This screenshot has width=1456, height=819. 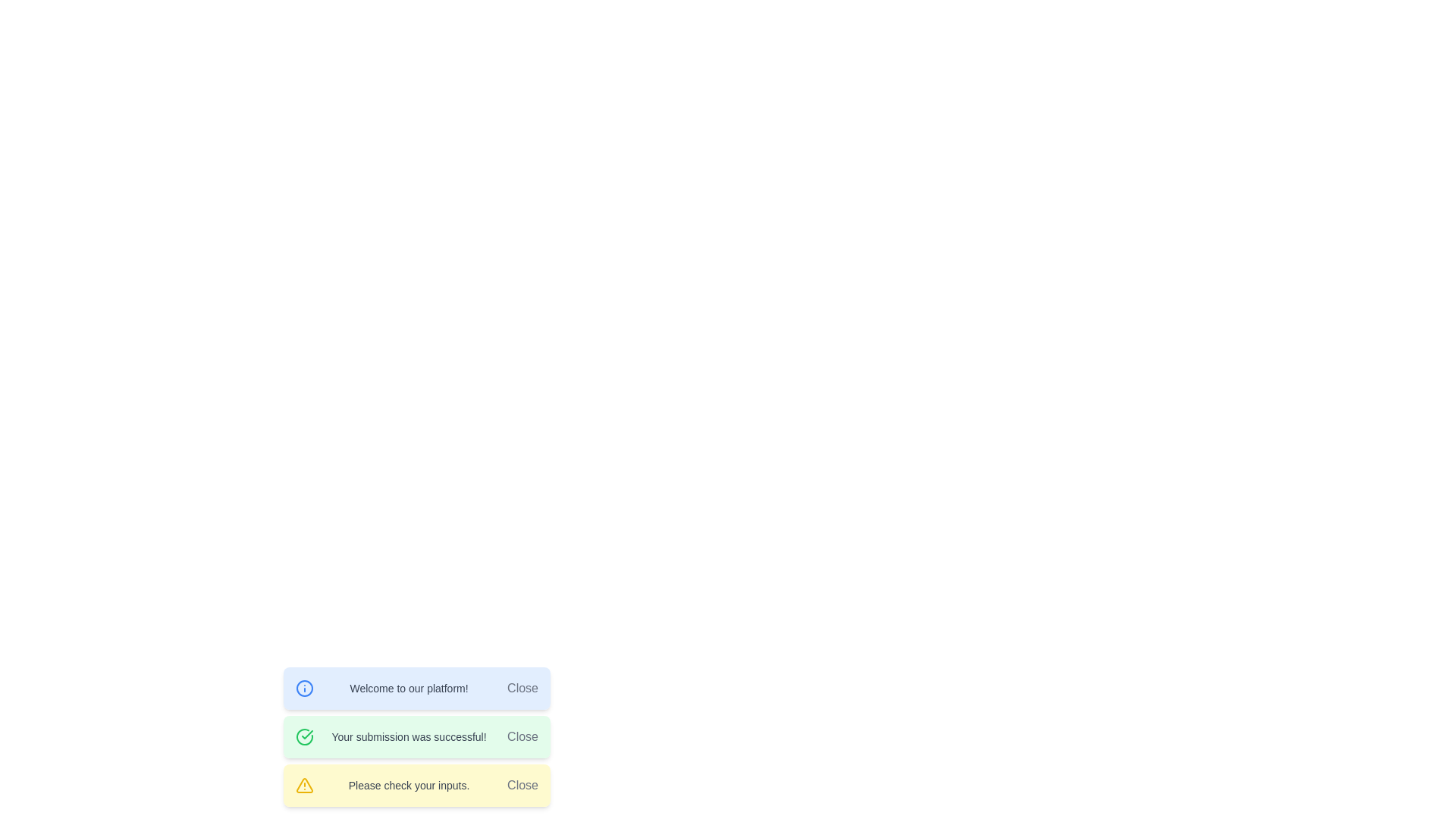 I want to click on the 'Close' button located in the top right section of the notification box, so click(x=522, y=688).